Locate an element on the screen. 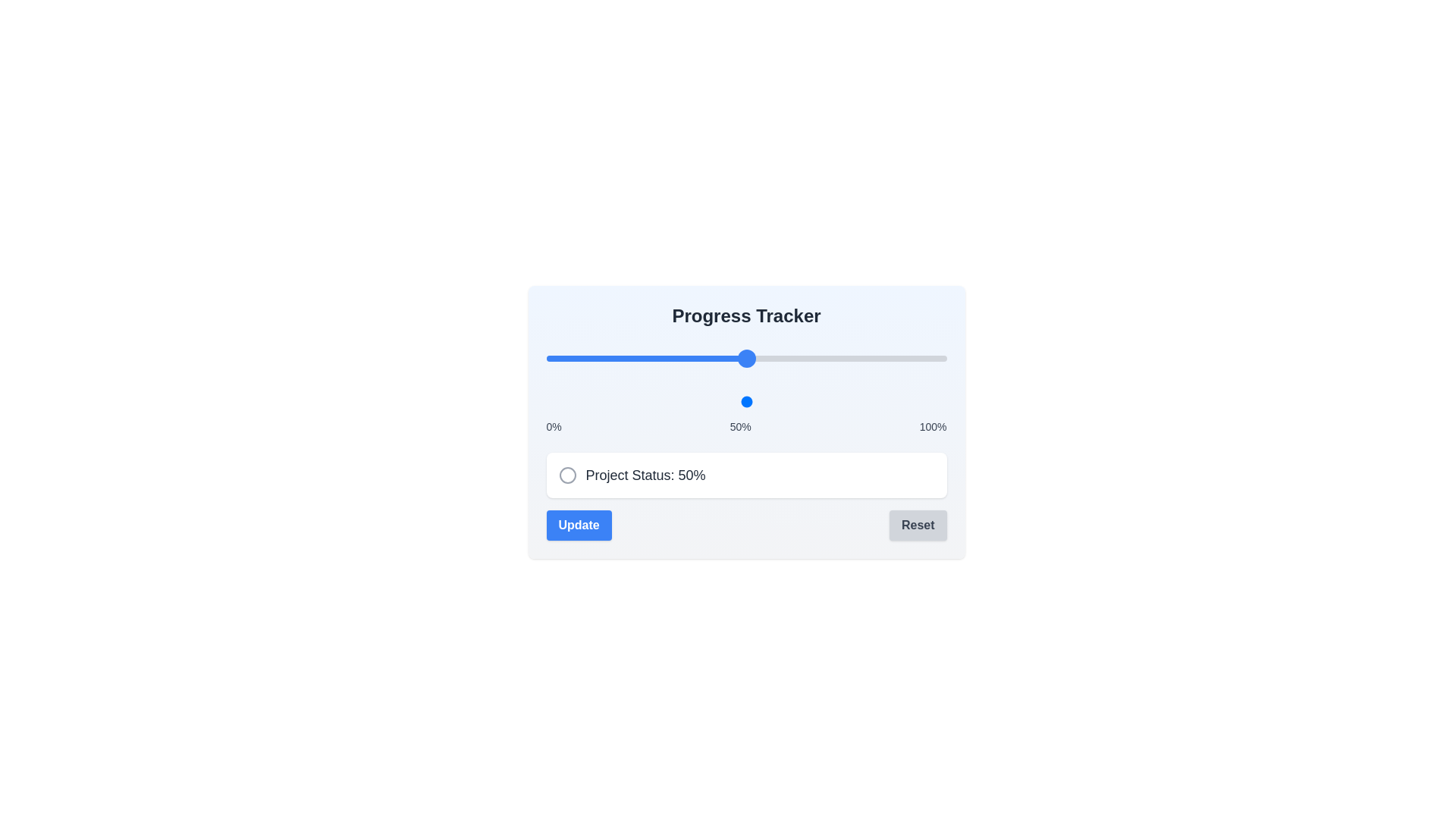 The height and width of the screenshot is (819, 1456). 'Update' button to confirm the current progress is located at coordinates (578, 525).